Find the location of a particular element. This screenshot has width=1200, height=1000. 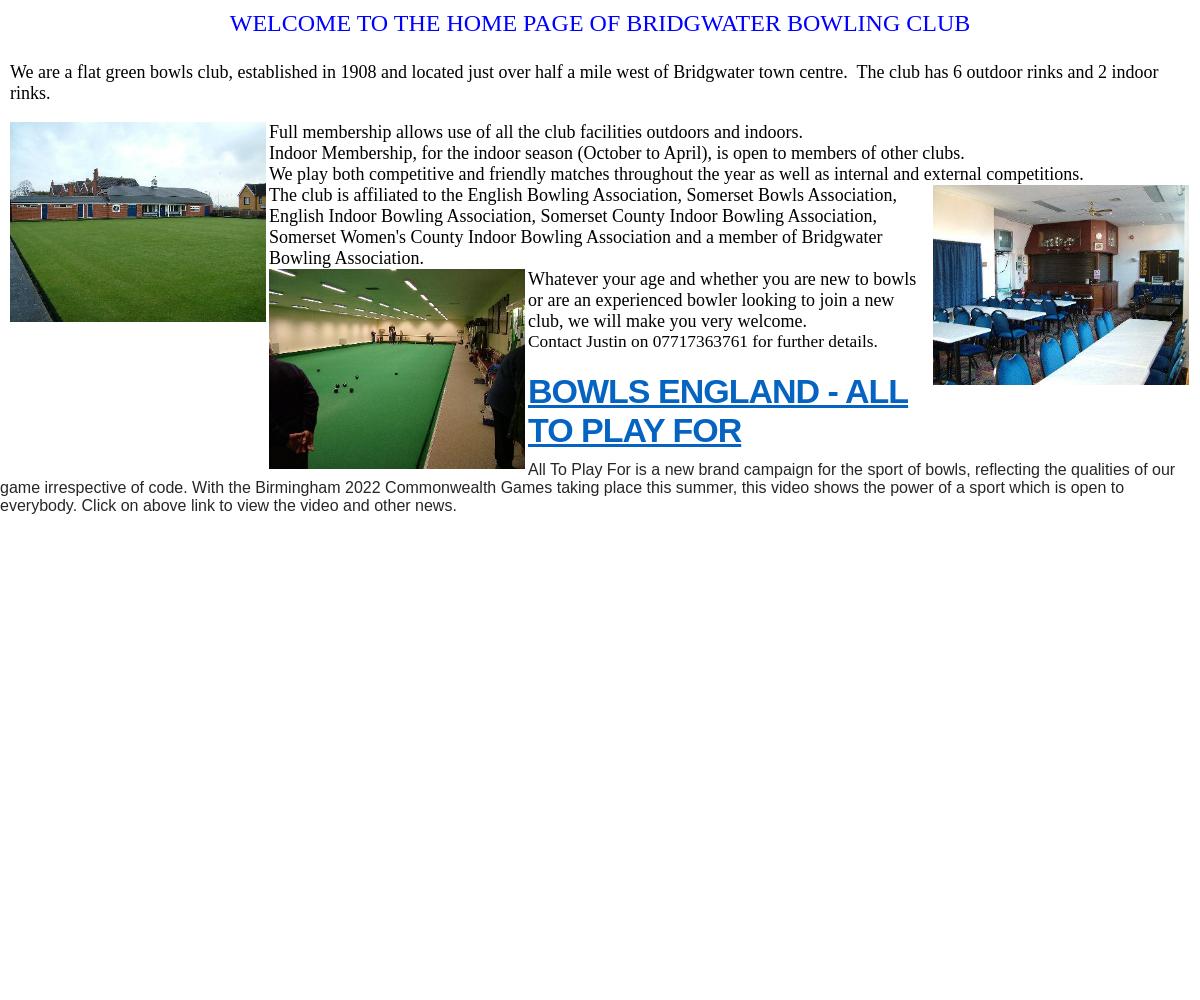

'Contact Justin on 07717363761 for further details.' is located at coordinates (702, 340).